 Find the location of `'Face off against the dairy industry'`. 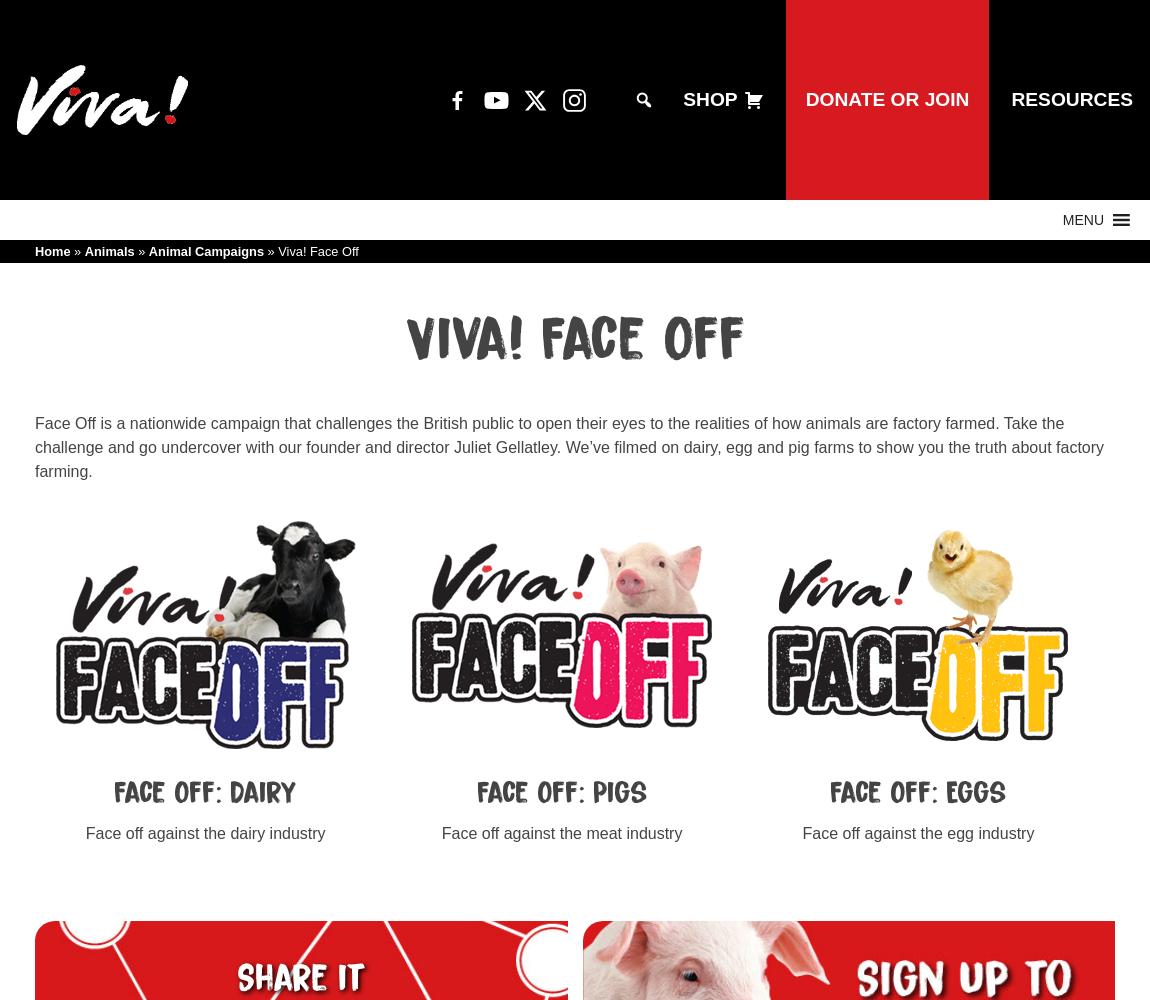

'Face off against the dairy industry' is located at coordinates (204, 832).